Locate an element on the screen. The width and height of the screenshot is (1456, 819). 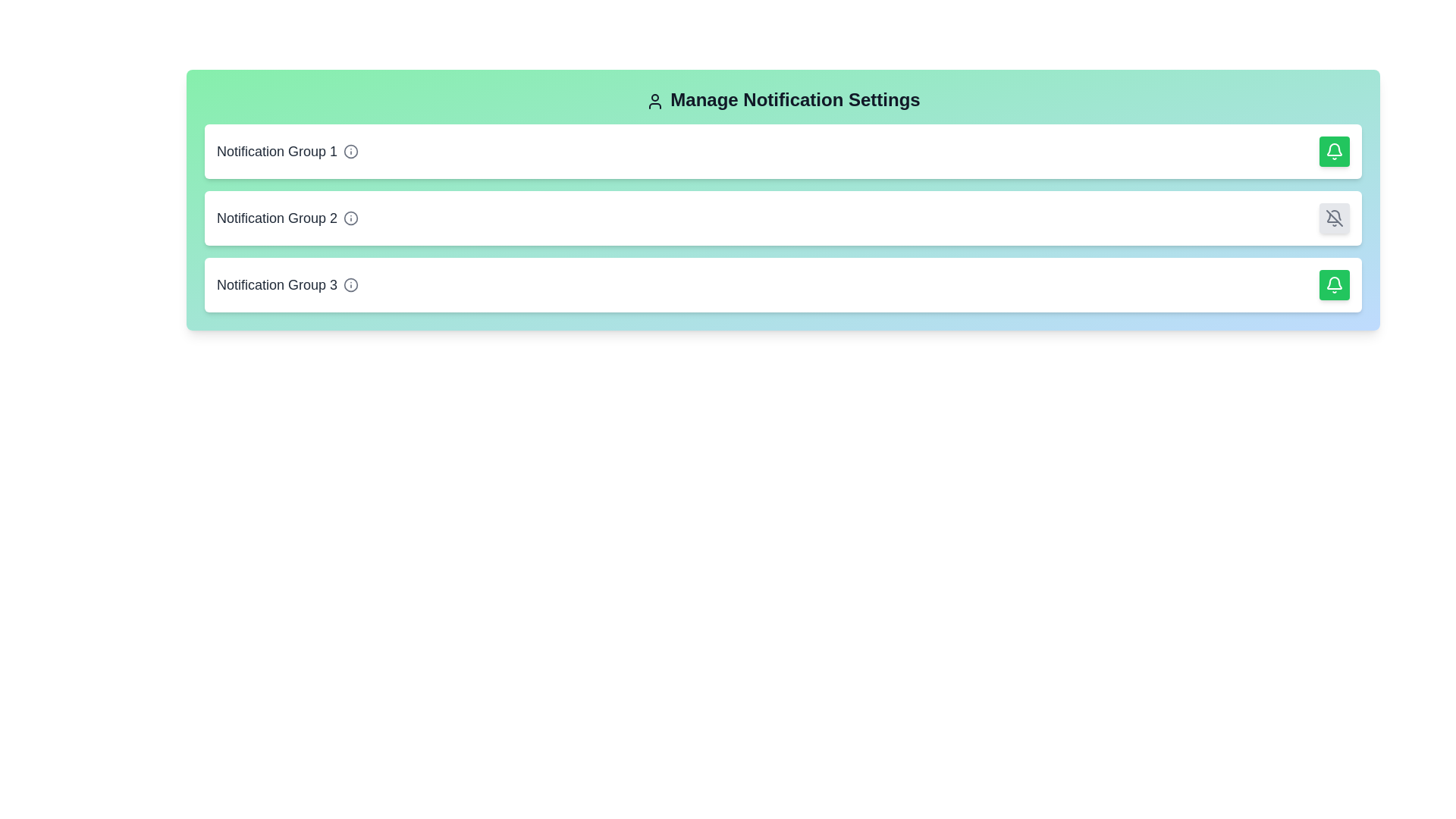
the information icon for Notification Group 1 is located at coordinates (350, 152).